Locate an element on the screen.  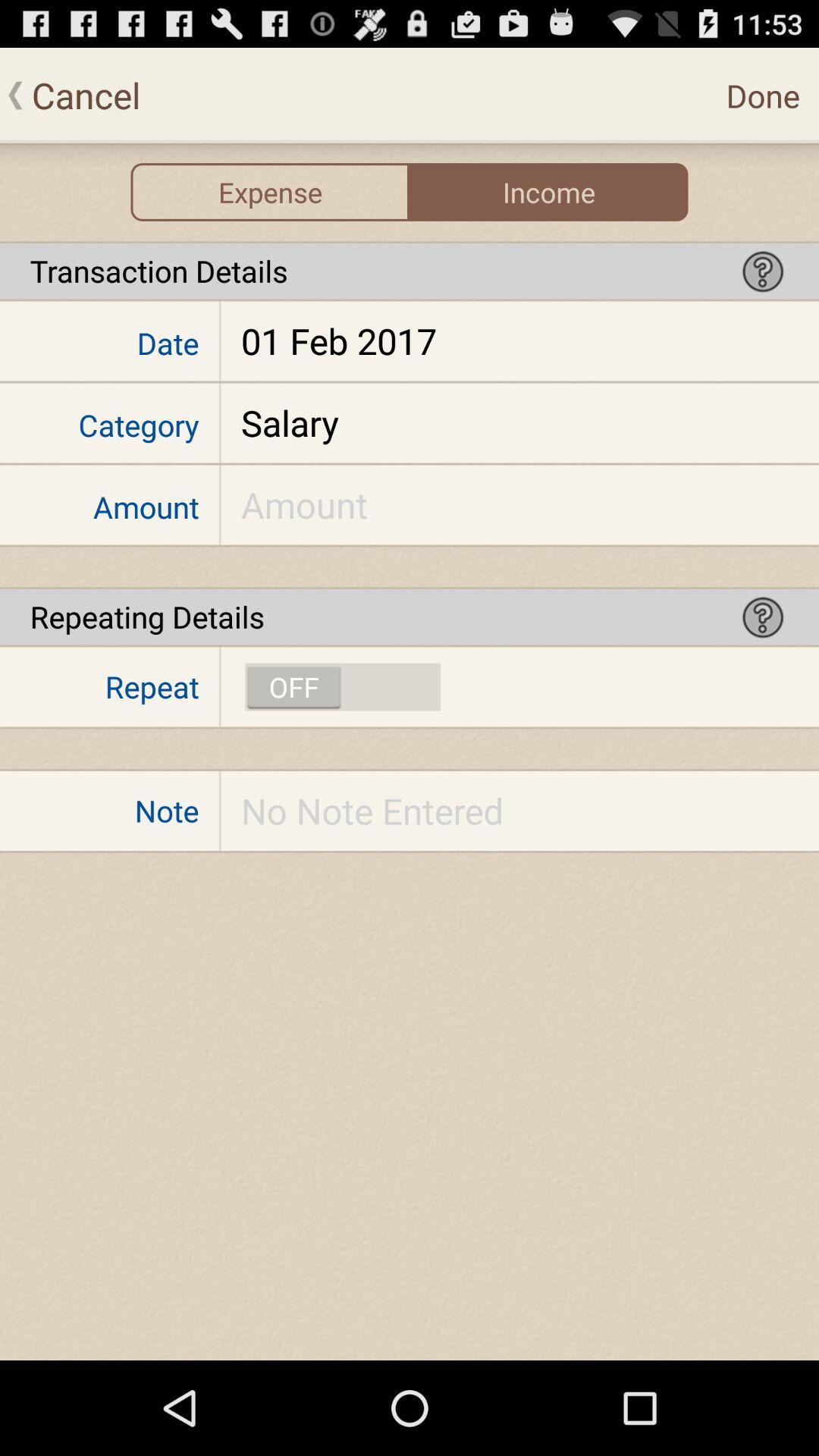
repeat transaction option is located at coordinates (343, 686).